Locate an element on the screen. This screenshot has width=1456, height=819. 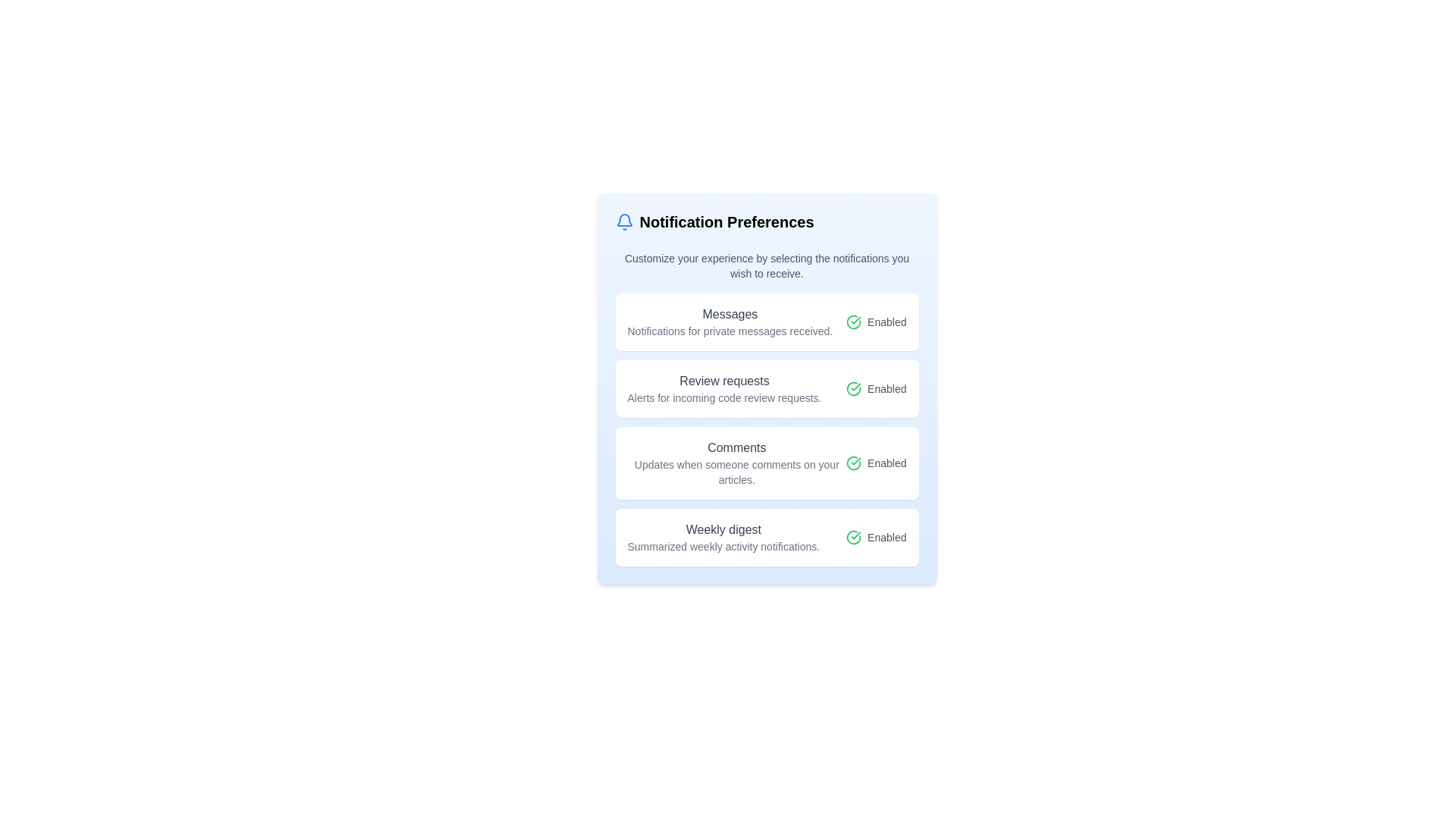
the text label reading 'Notifications for private messages received.' which is located below the title 'Messages' in the card layout is located at coordinates (730, 330).